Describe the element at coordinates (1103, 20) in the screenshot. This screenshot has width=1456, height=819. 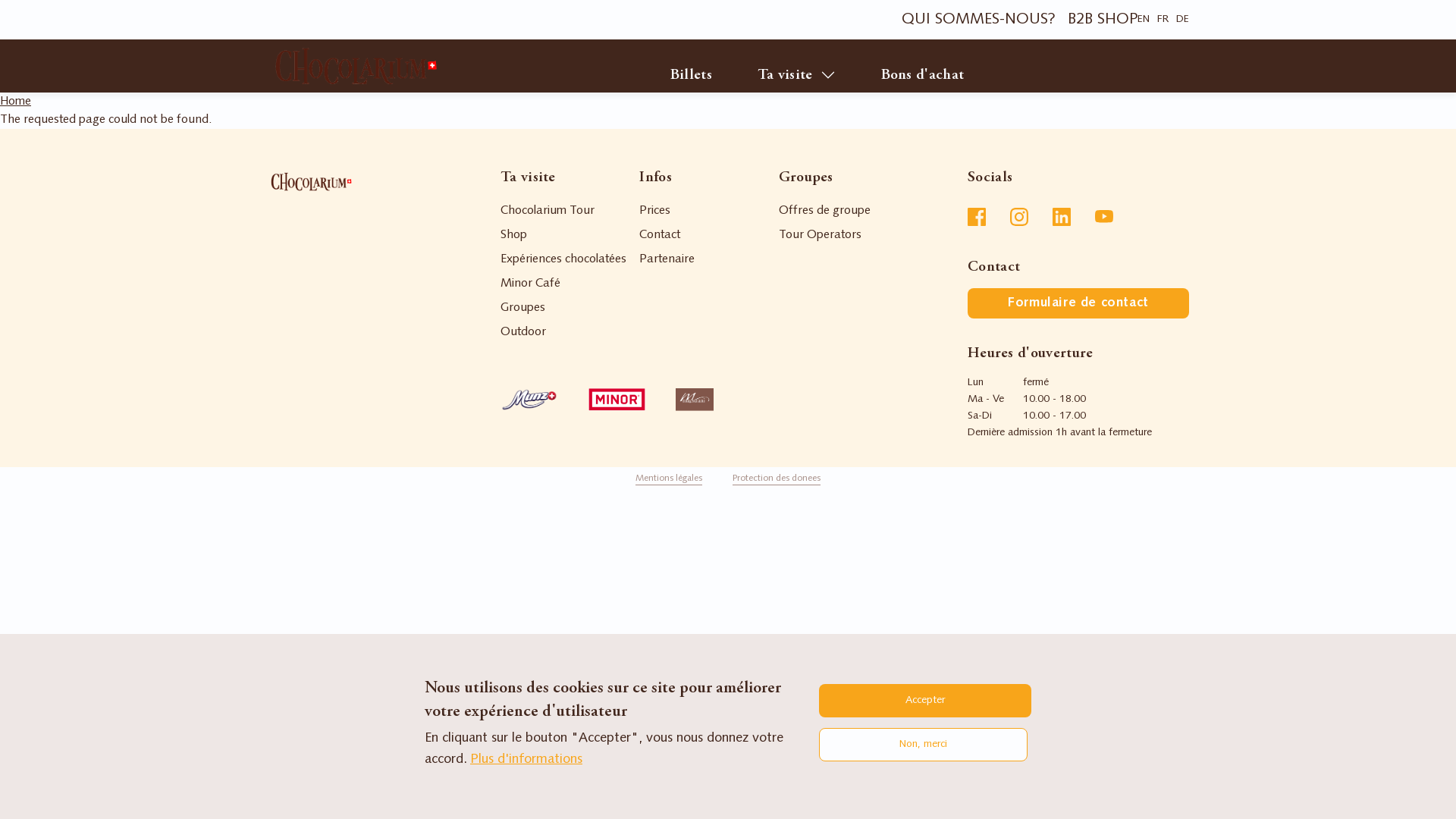
I see `'B2B SHOP'` at that location.